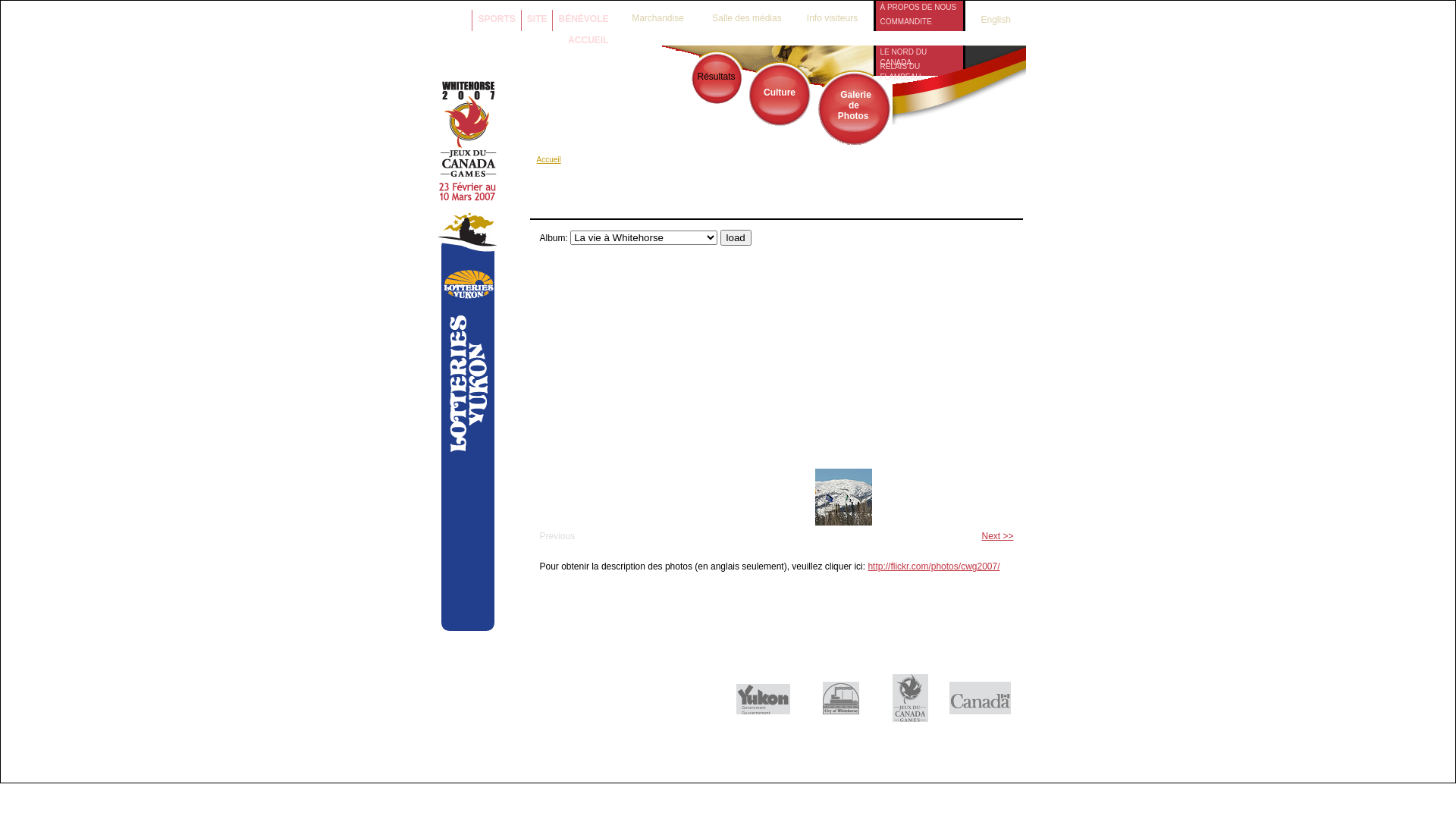  What do you see at coordinates (548, 159) in the screenshot?
I see `'Accueil'` at bounding box center [548, 159].